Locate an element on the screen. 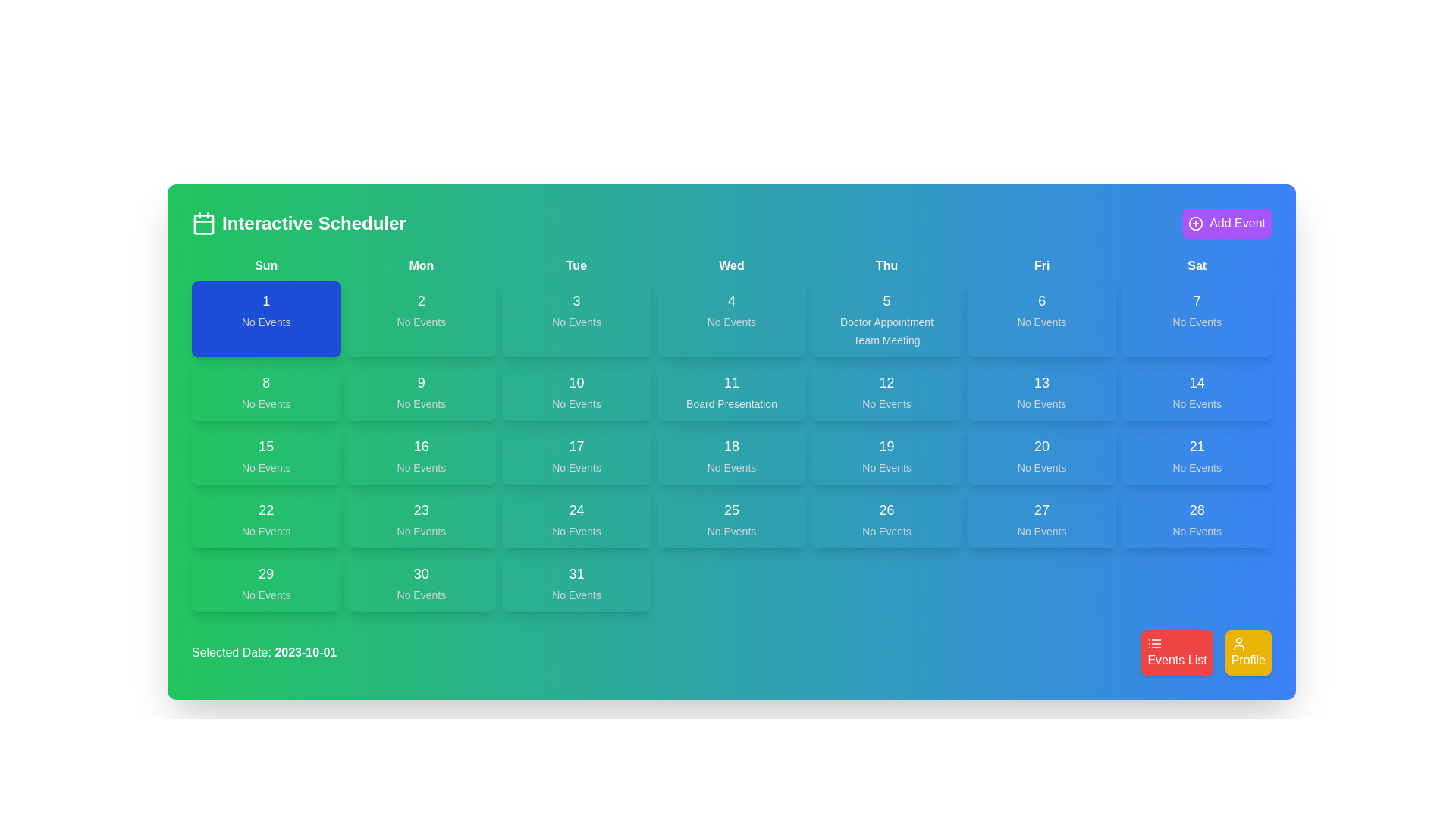  the static text label representing the 28th day in the calendar layout, located in the sixth row and seventh column, near the 'Profile' button is located at coordinates (1196, 510).